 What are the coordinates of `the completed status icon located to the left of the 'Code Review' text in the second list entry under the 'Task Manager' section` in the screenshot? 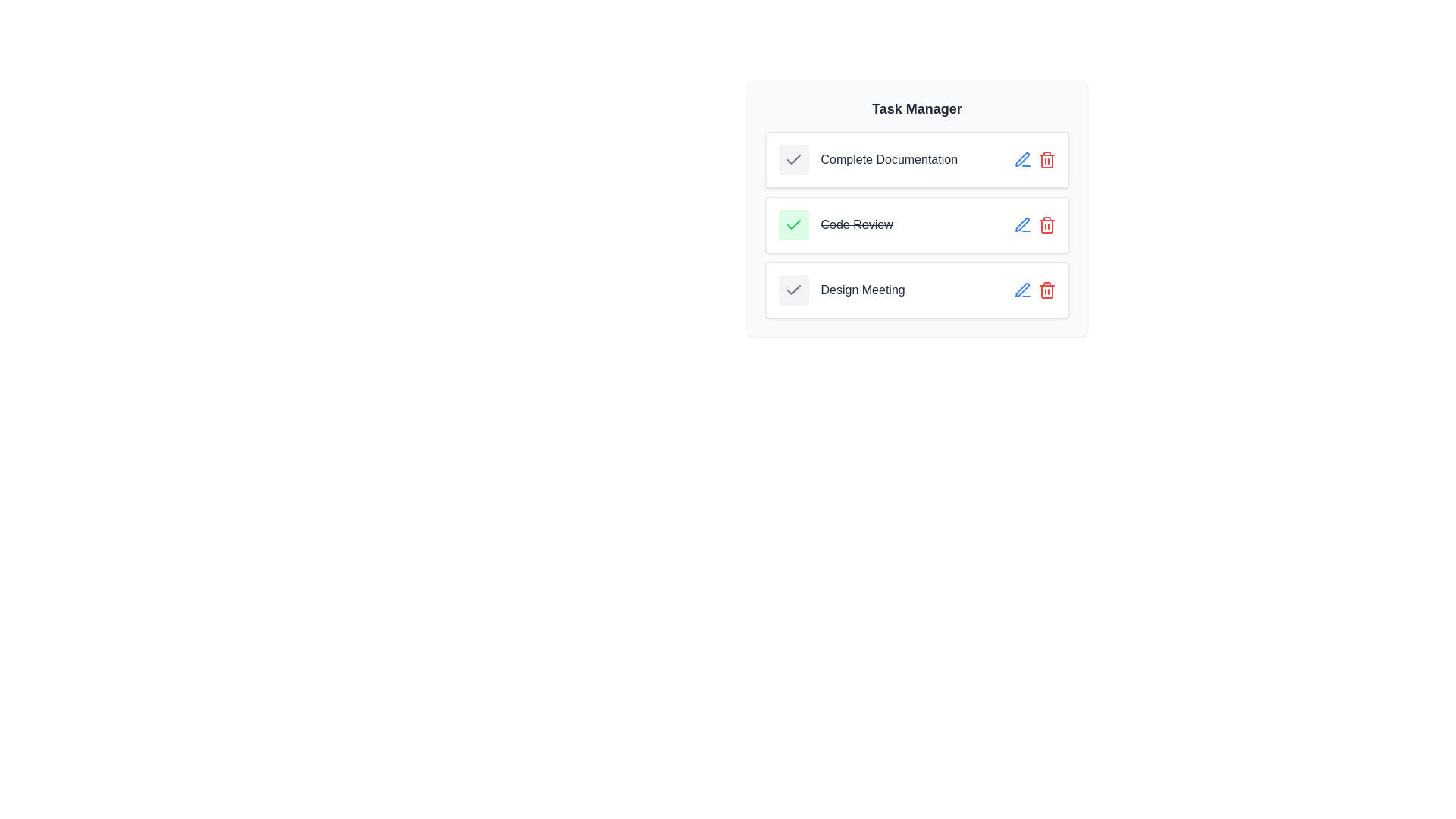 It's located at (792, 225).